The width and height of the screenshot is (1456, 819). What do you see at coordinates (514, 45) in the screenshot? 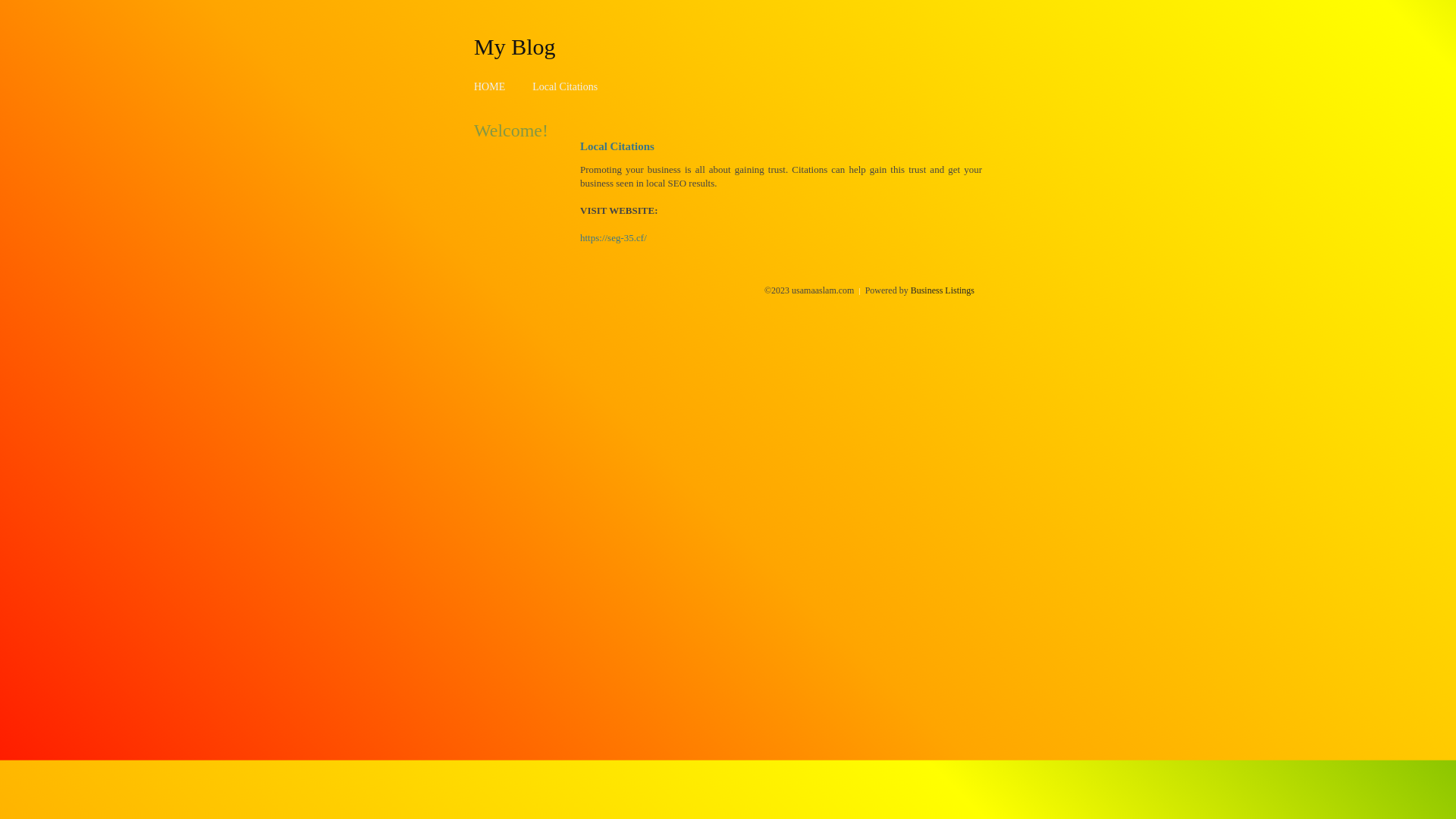
I see `'My Blog'` at bounding box center [514, 45].